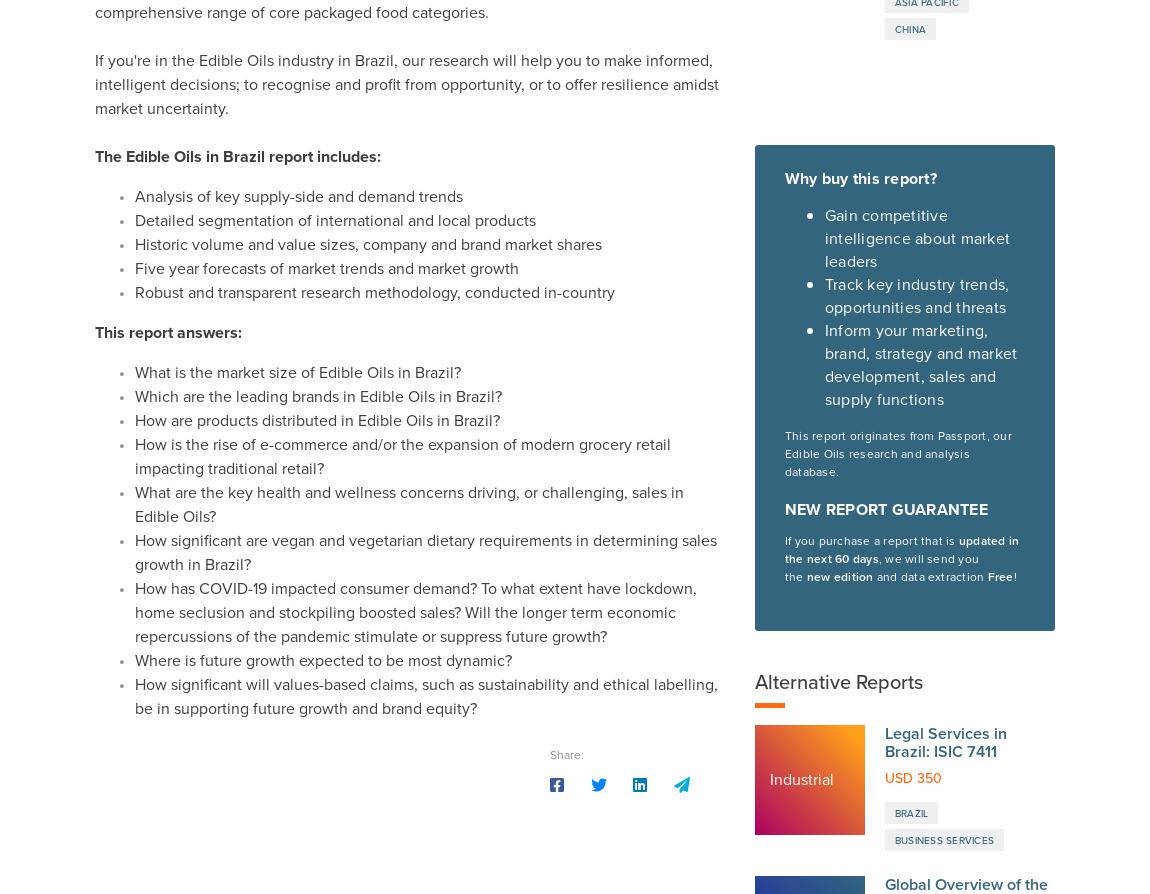  Describe the element at coordinates (931, 808) in the screenshot. I see `'Sign In'` at that location.